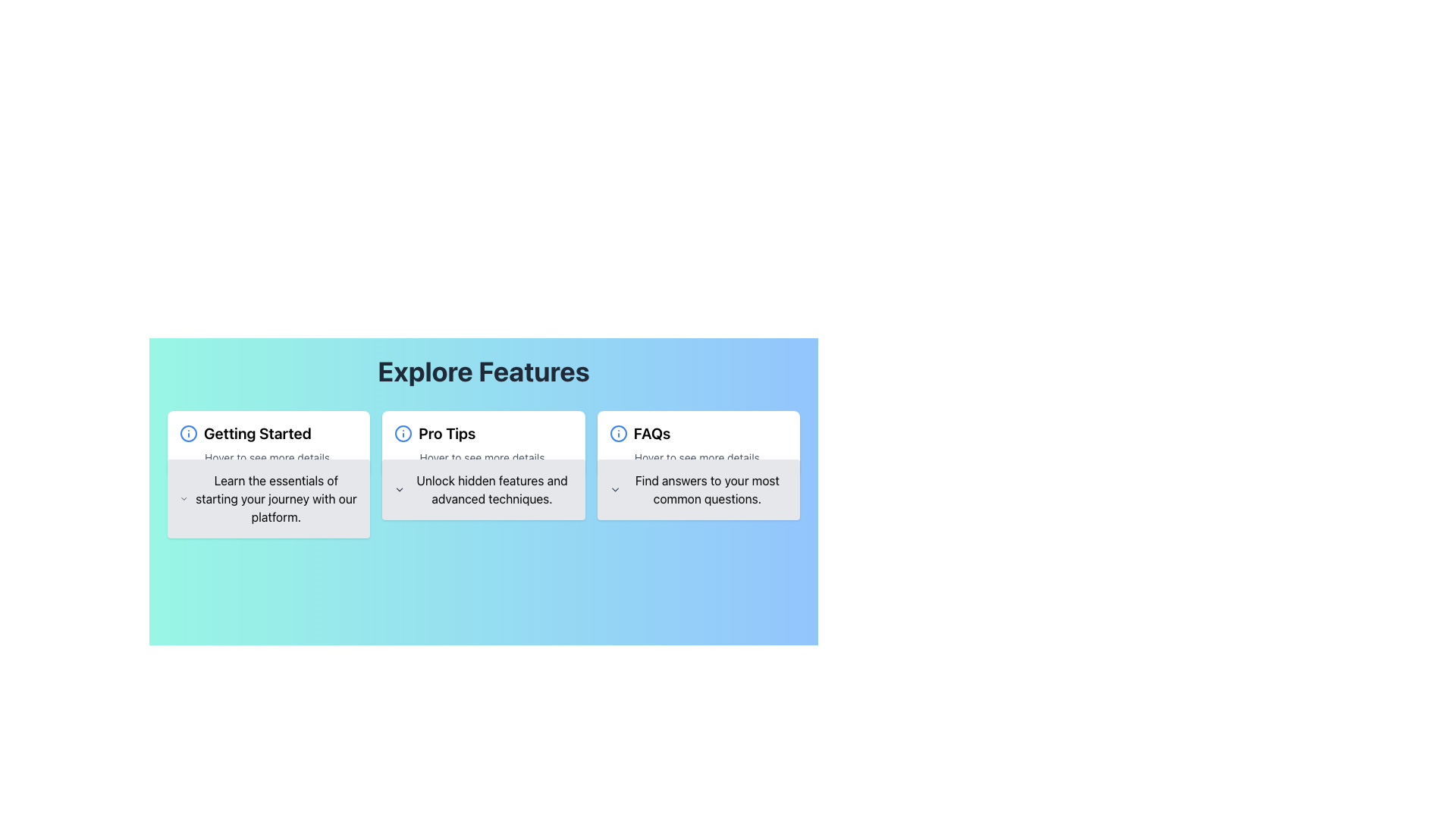  What do you see at coordinates (483, 489) in the screenshot?
I see `the downward-pointing chevron icon` at bounding box center [483, 489].